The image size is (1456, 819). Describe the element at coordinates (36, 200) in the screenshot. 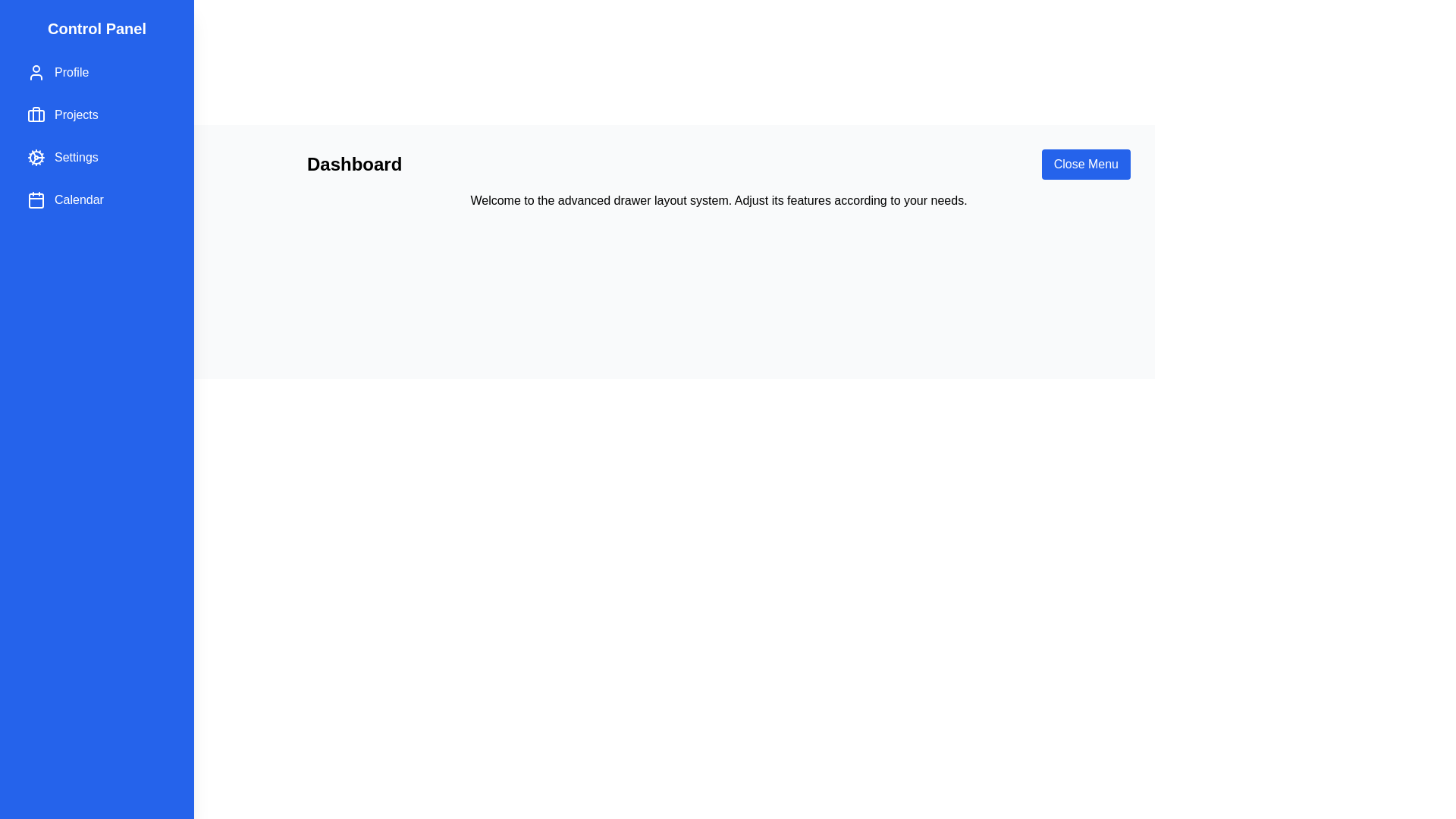

I see `the calendar date field represented by the rounded rectangle in the SVG icon, which is the fourth navigation icon on the blue sidebar` at that location.